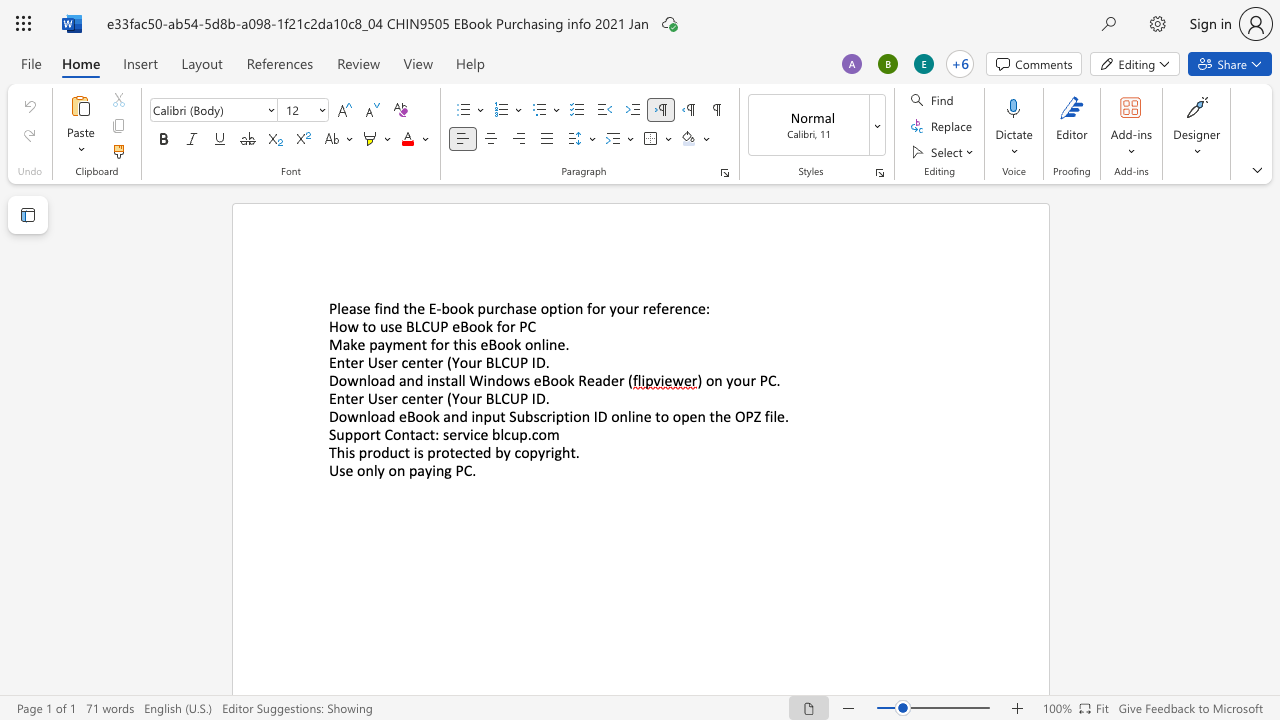 This screenshot has width=1280, height=720. Describe the element at coordinates (508, 380) in the screenshot. I see `the 3th character "o" in the text` at that location.